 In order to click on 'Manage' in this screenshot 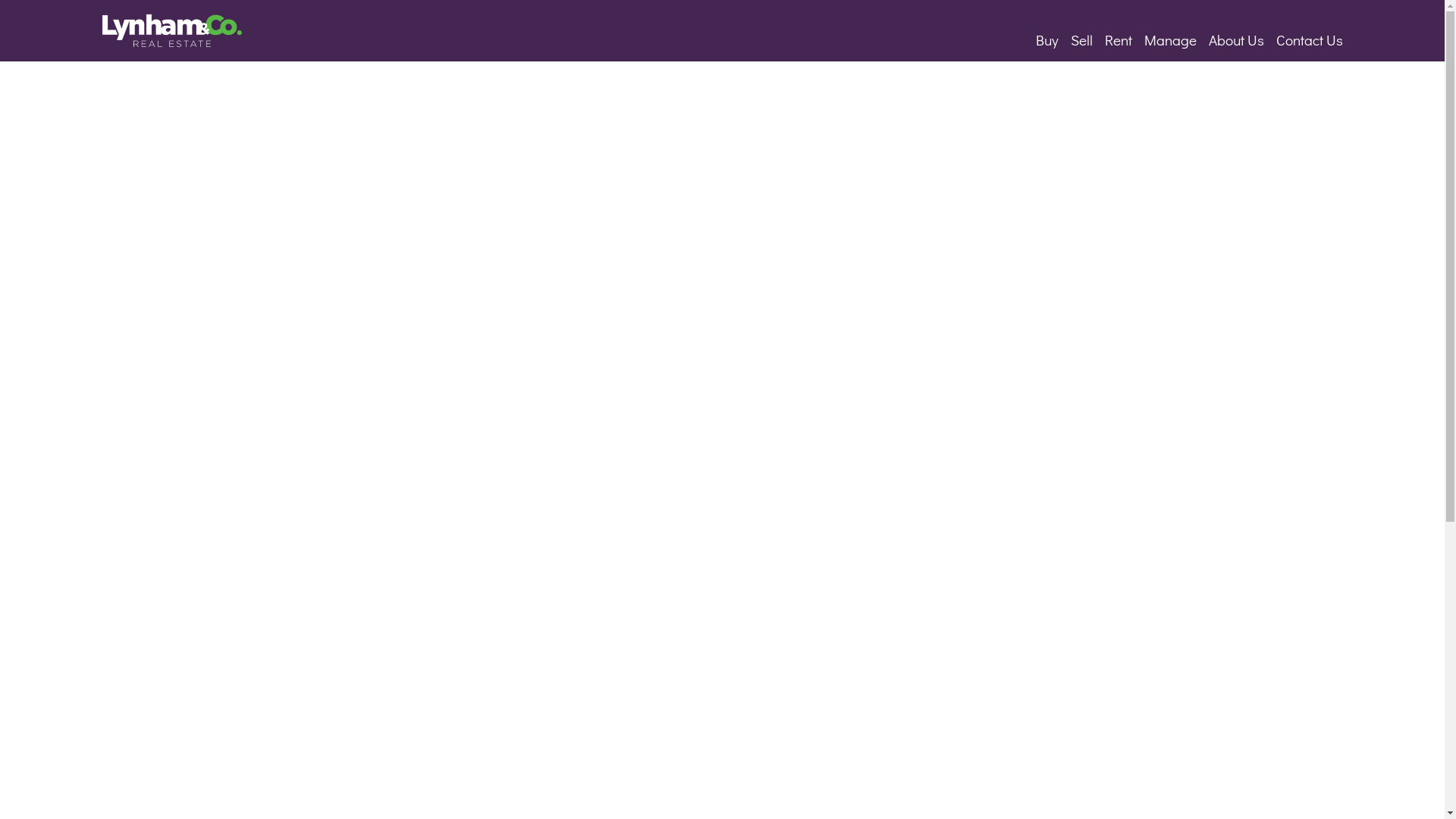, I will do `click(1138, 39)`.